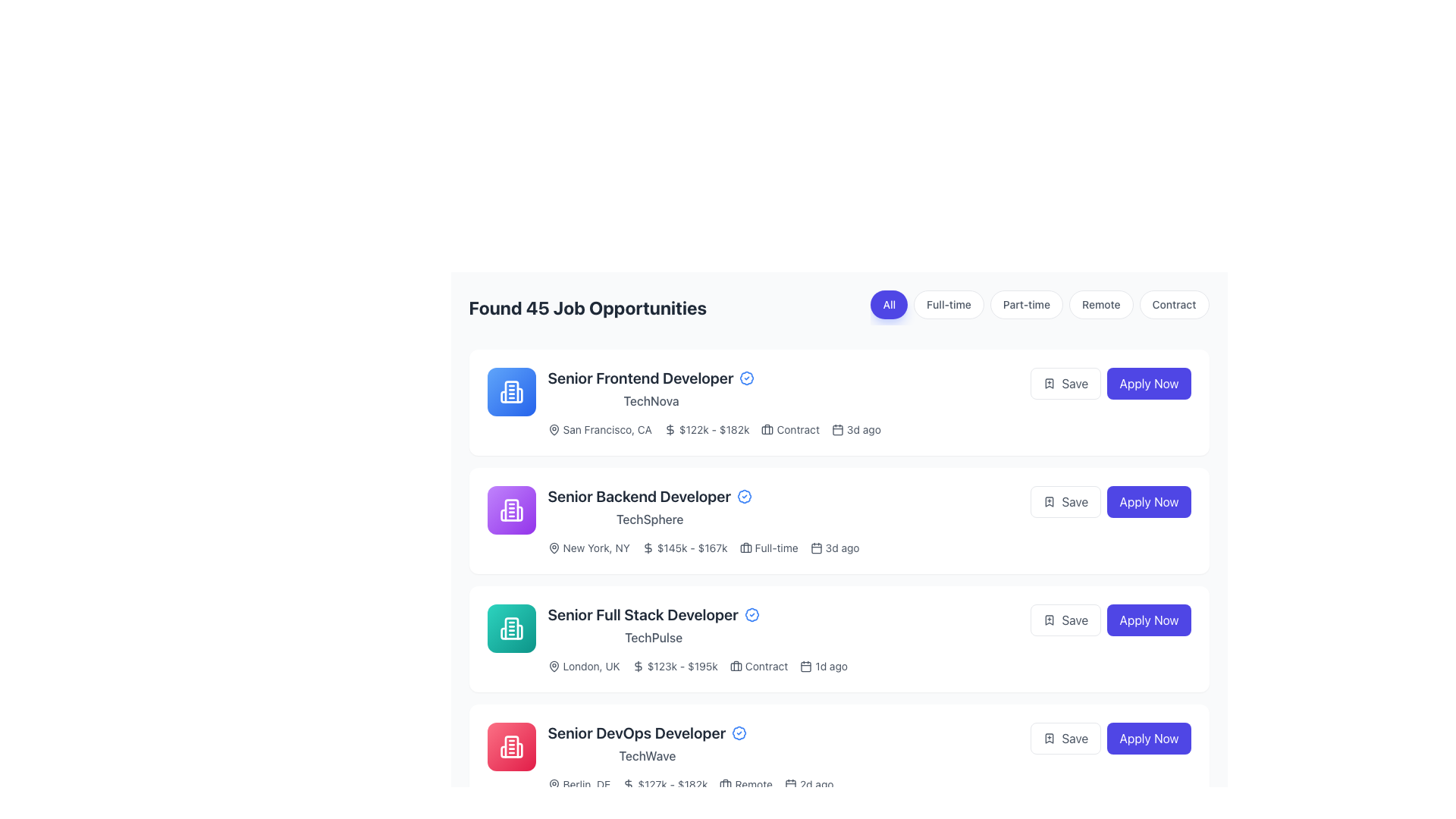 The image size is (1456, 819). What do you see at coordinates (745, 548) in the screenshot?
I see `the briefcase icon associated with the second job listing titled 'Senior Backend Developer', which is located to the left of the 'Full-time' label` at bounding box center [745, 548].